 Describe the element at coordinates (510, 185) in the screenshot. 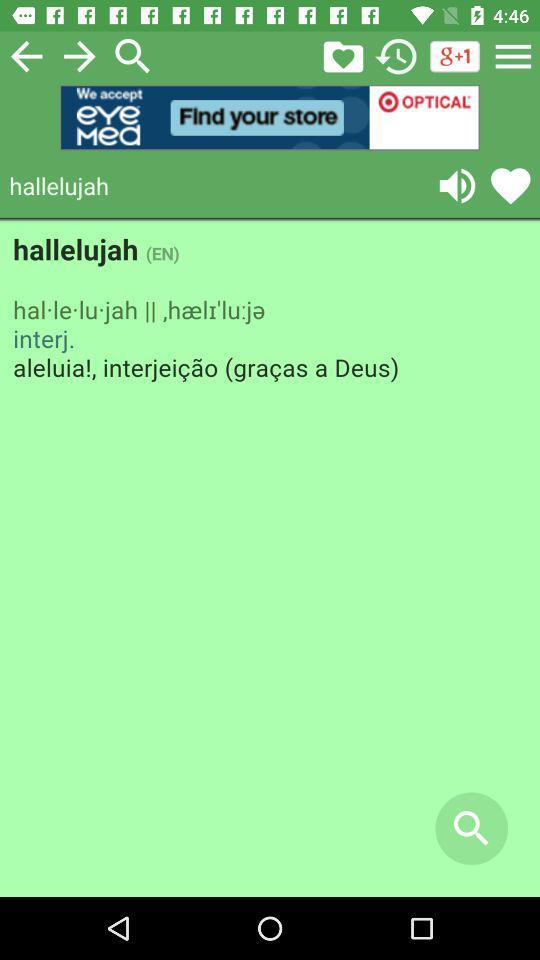

I see `the favorite icon` at that location.